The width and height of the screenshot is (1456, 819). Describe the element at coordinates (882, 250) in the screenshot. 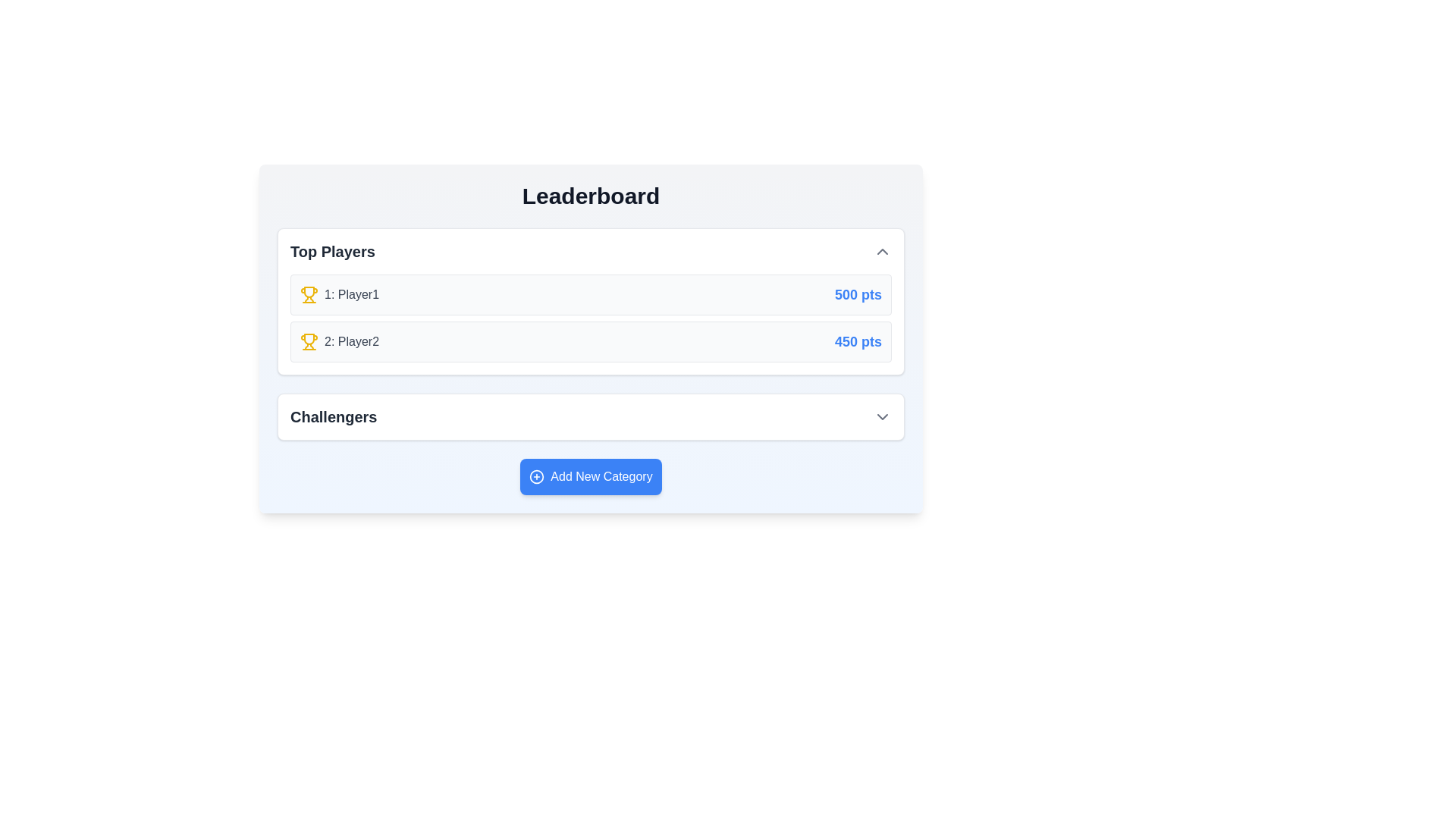

I see `the upward chevron icon` at that location.